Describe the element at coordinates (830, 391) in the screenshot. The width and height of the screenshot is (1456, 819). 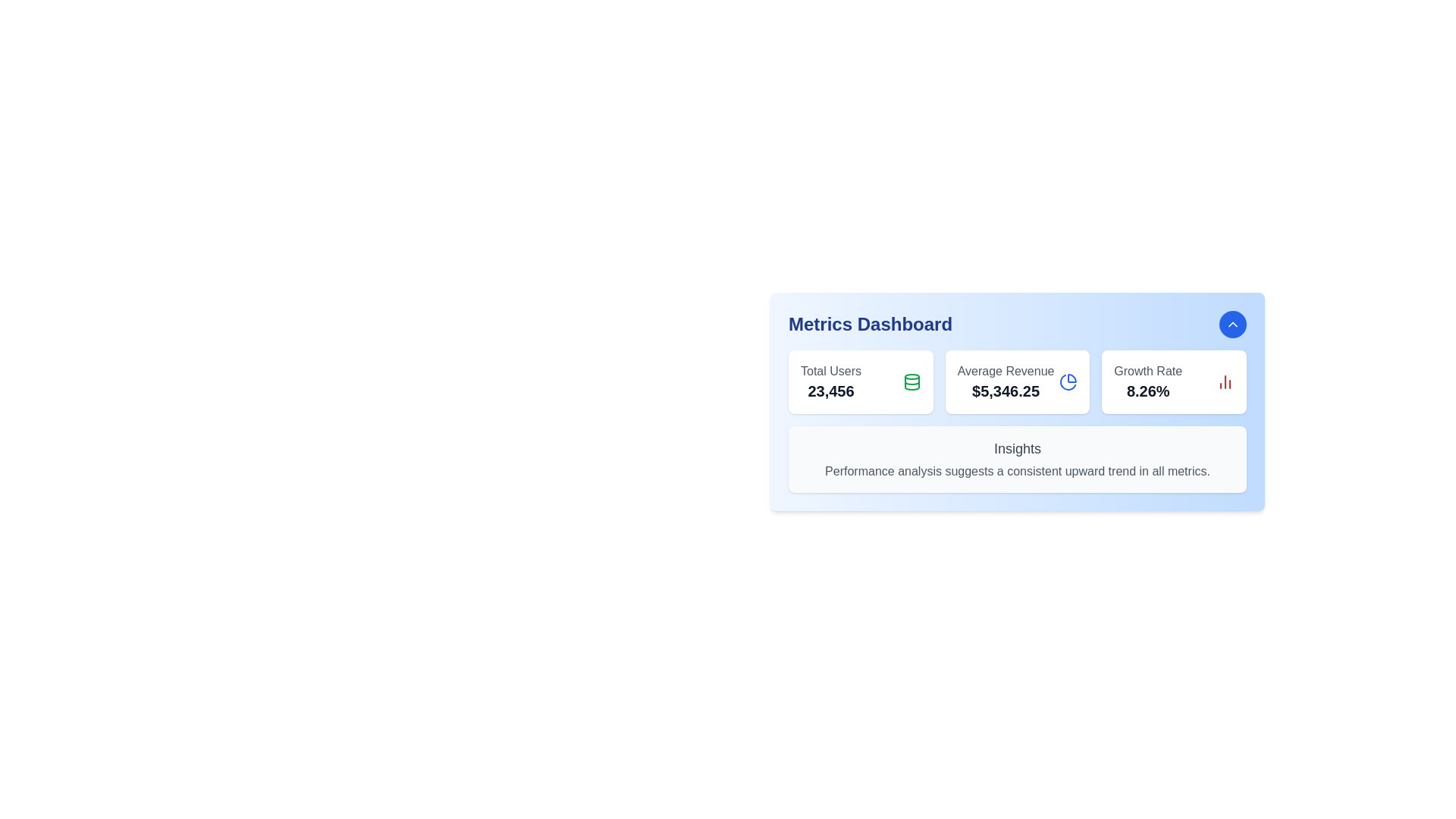
I see `the text displaying the number '23,456' within the 'Total Users' widget on the dashboard` at that location.